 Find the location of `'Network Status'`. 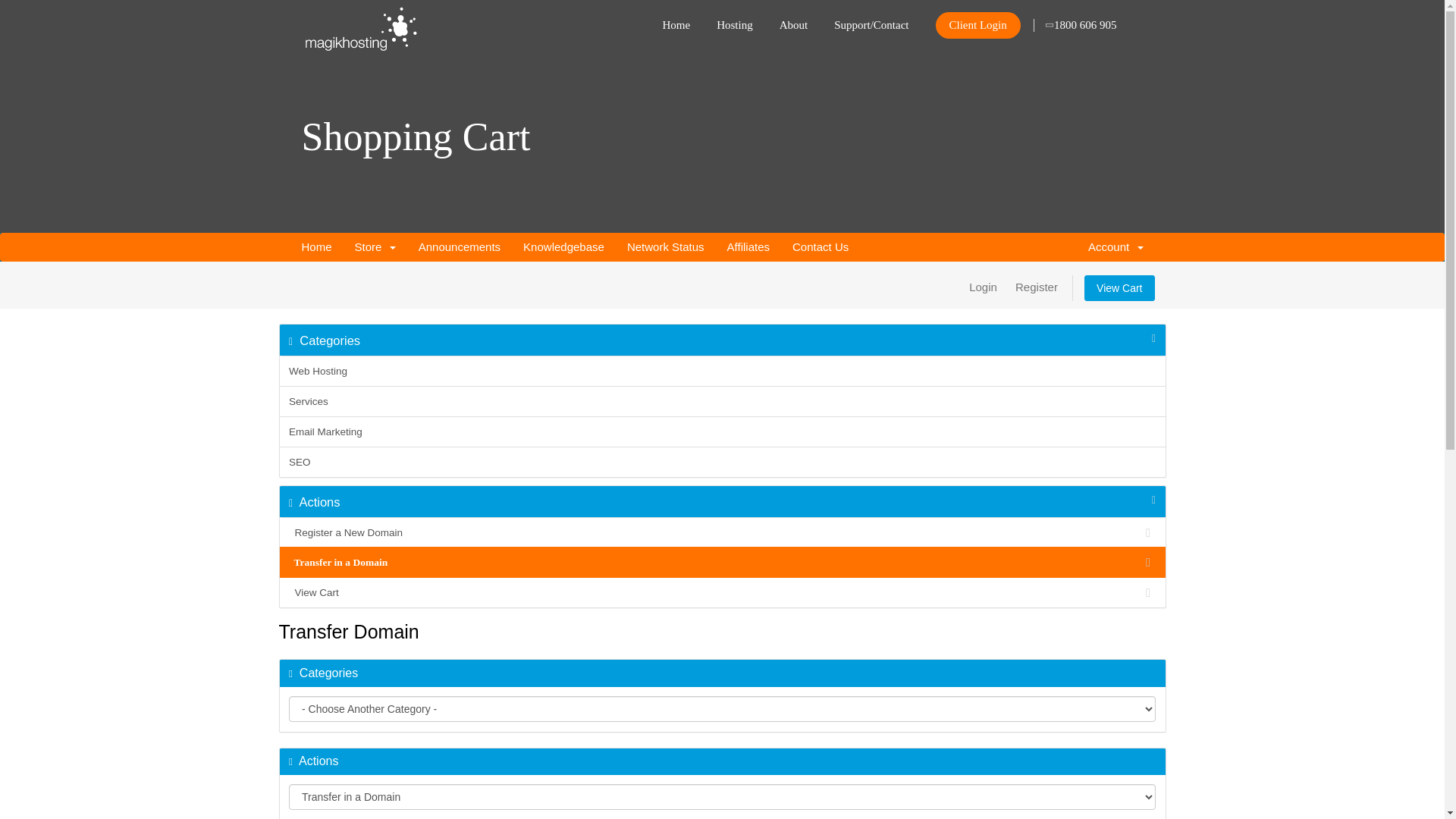

'Network Status' is located at coordinates (666, 246).